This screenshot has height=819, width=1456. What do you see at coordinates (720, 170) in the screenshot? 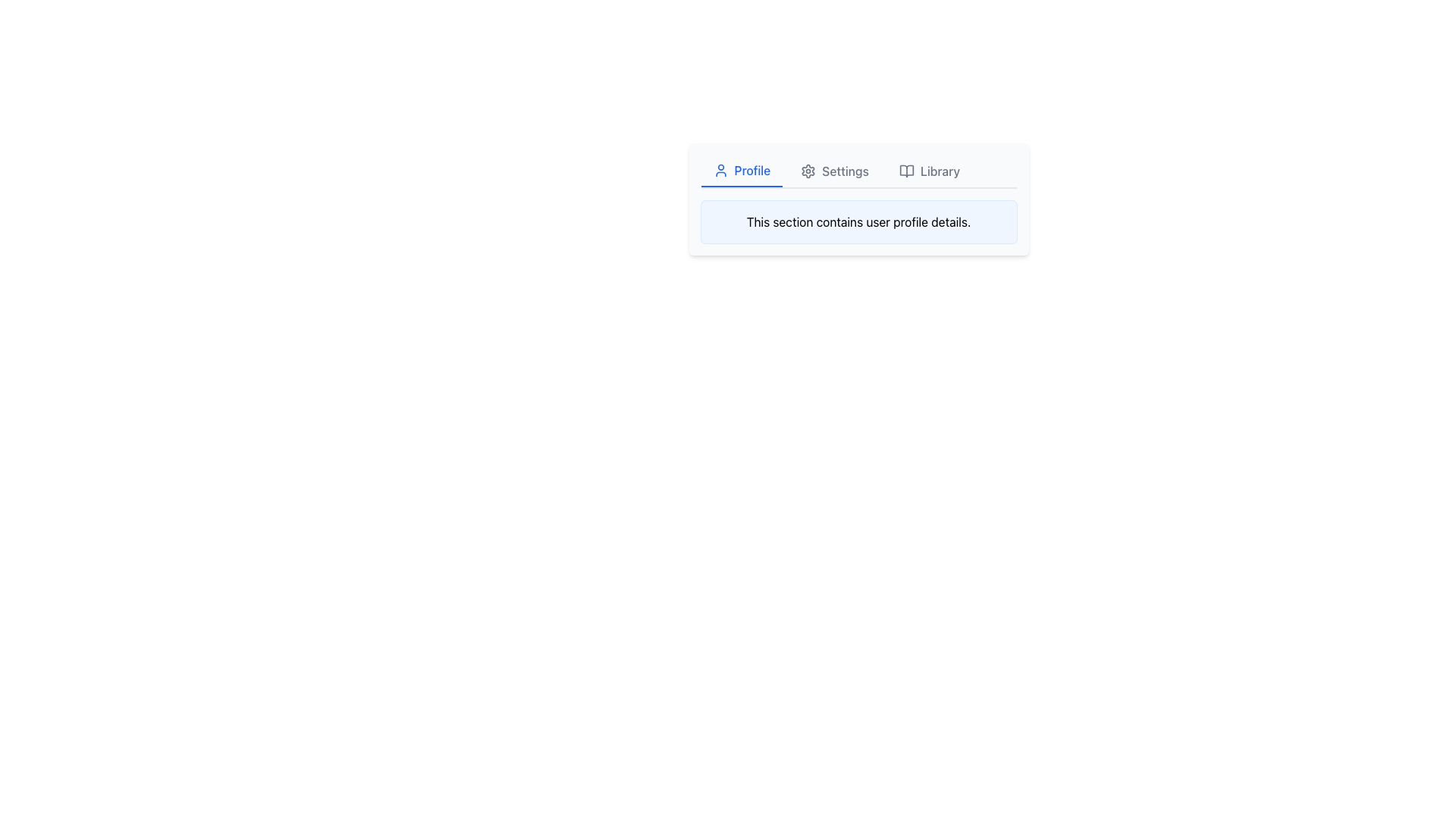
I see `the Profile icon located to the left of the 'Profile' text in the tab's button at the top of the interface` at bounding box center [720, 170].